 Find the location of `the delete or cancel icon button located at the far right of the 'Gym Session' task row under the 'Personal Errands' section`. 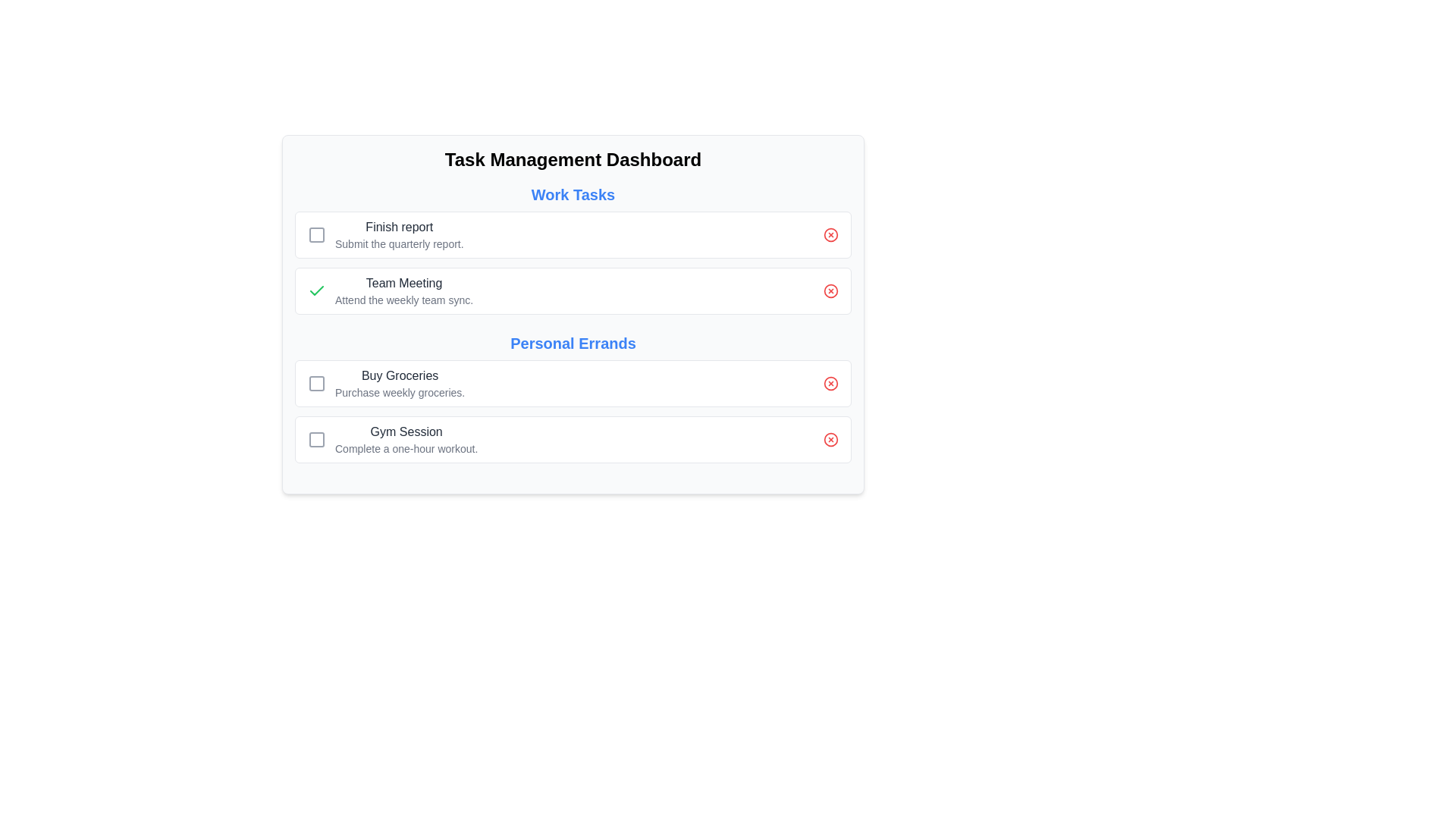

the delete or cancel icon button located at the far right of the 'Gym Session' task row under the 'Personal Errands' section is located at coordinates (830, 439).